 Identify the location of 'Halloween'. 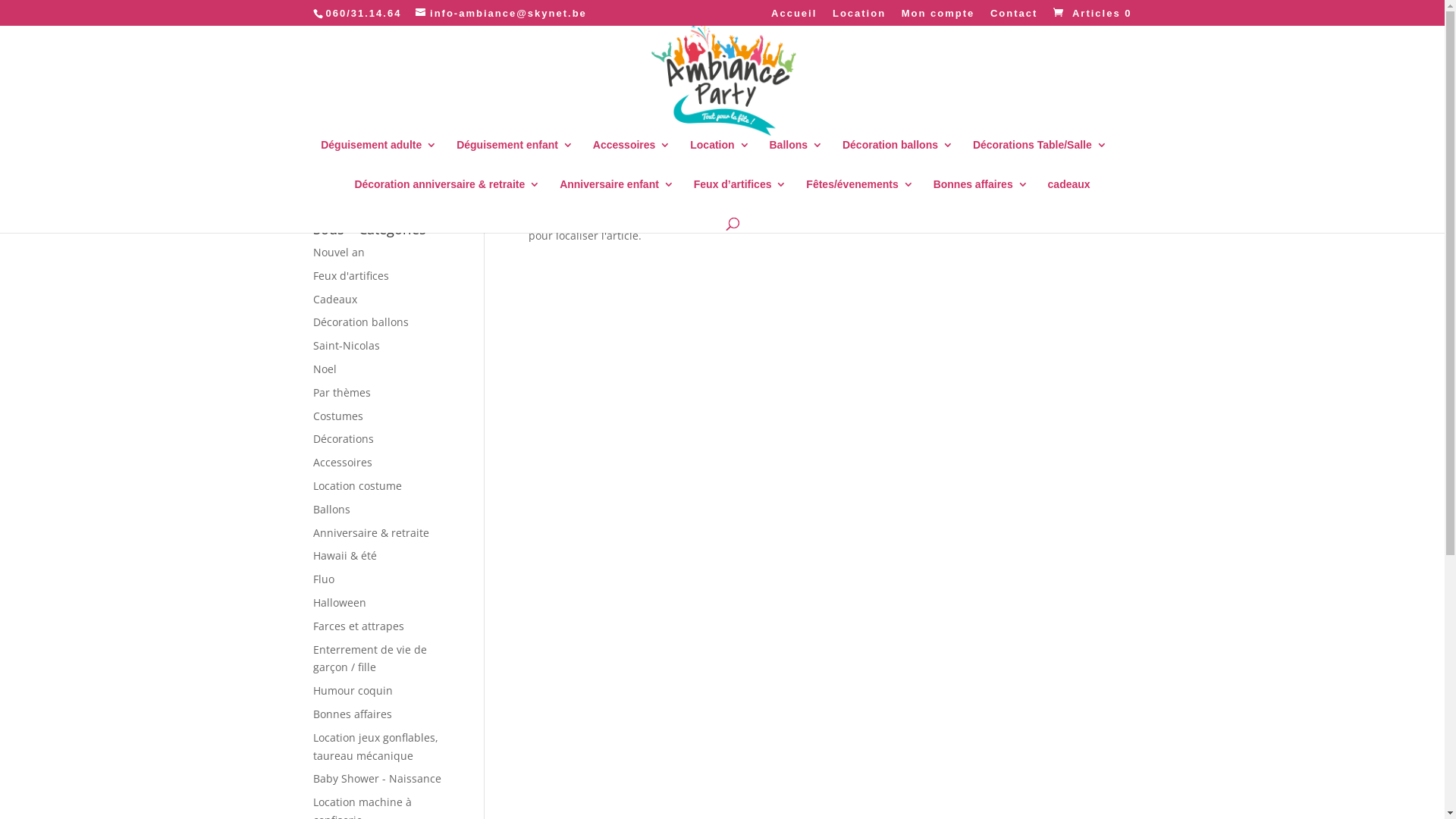
(337, 601).